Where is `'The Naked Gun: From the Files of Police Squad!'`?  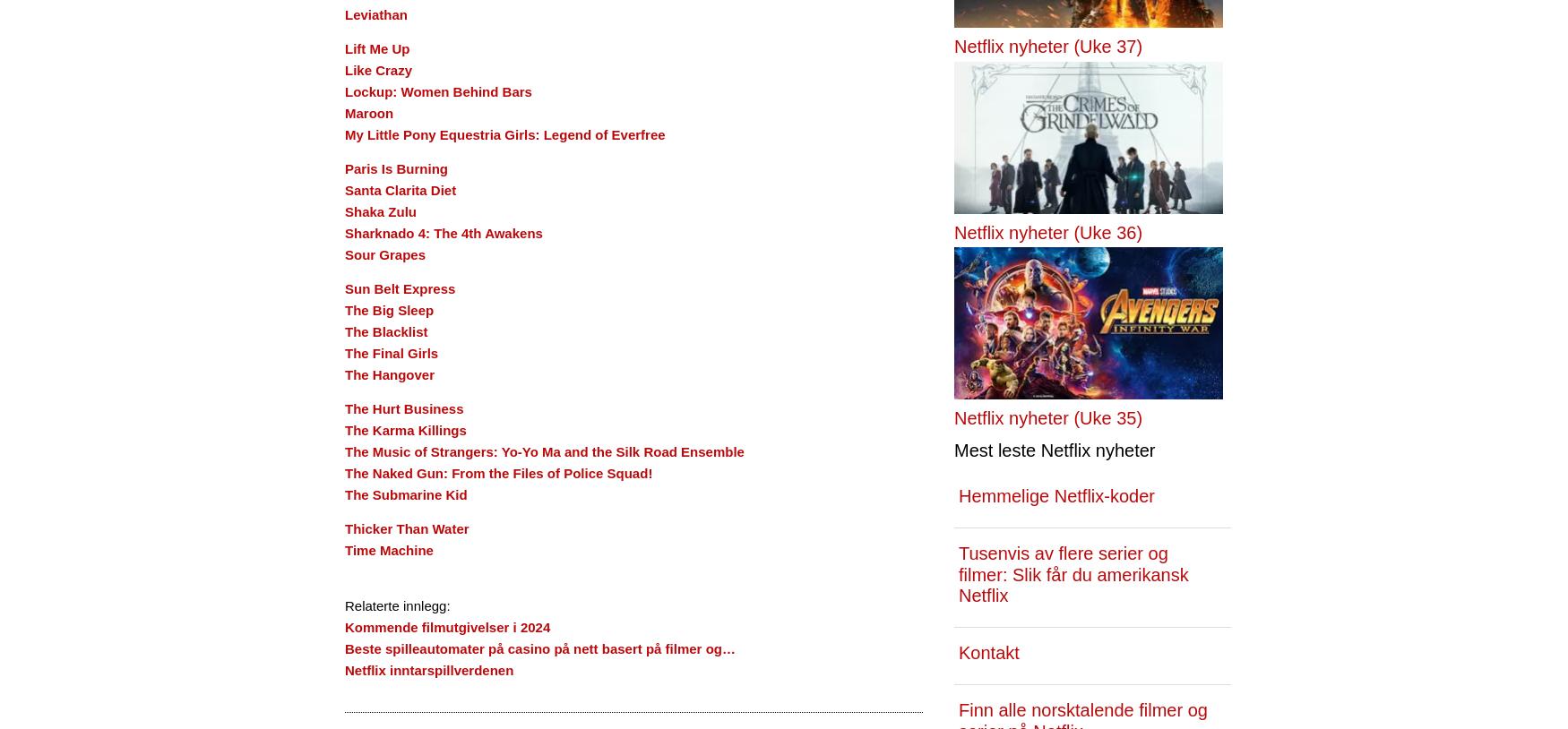
'The Naked Gun: From the Files of Police Squad!' is located at coordinates (497, 472).